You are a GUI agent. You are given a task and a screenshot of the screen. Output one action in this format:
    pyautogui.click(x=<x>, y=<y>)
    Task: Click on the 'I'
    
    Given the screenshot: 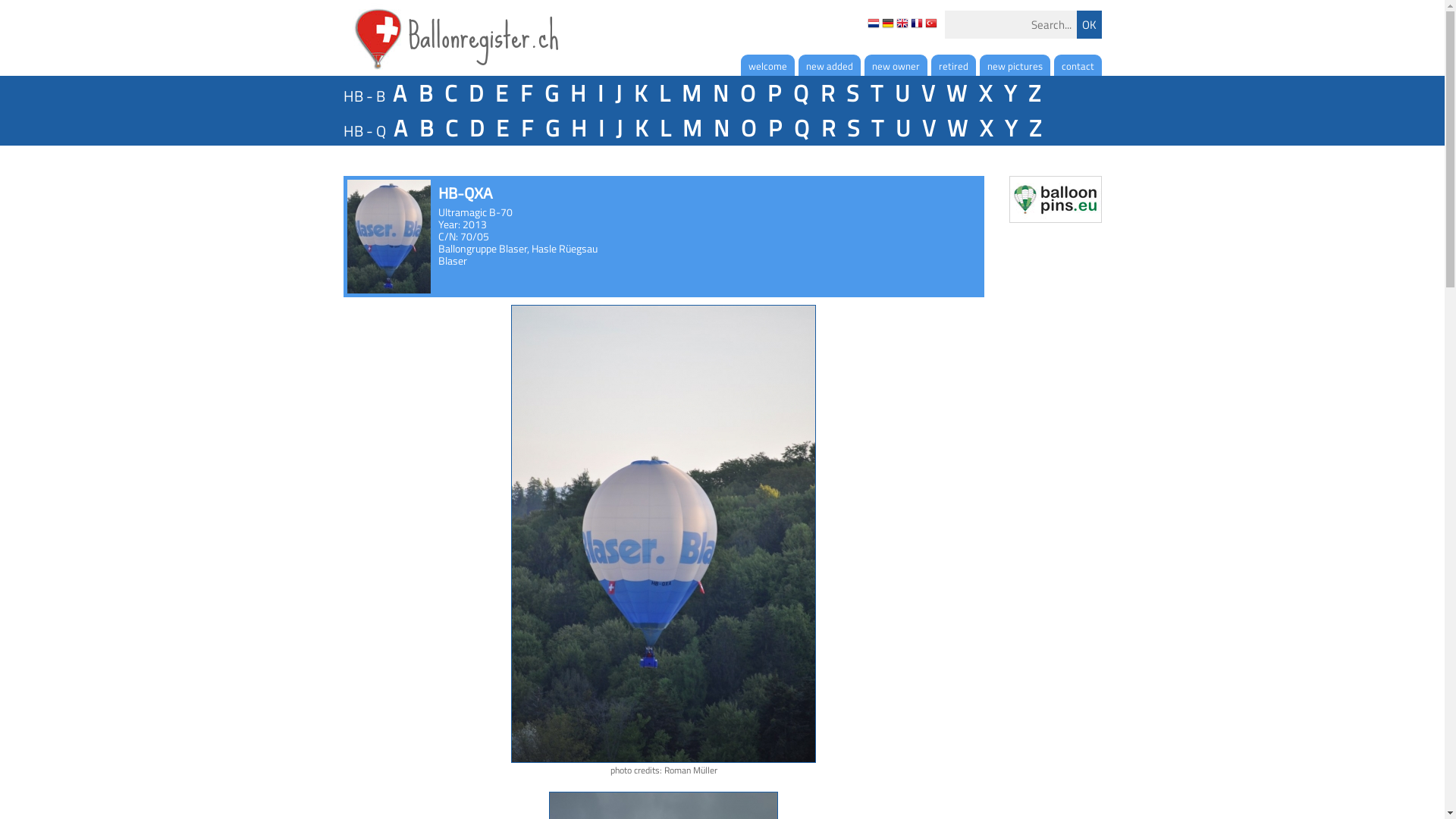 What is the action you would take?
    pyautogui.click(x=599, y=93)
    